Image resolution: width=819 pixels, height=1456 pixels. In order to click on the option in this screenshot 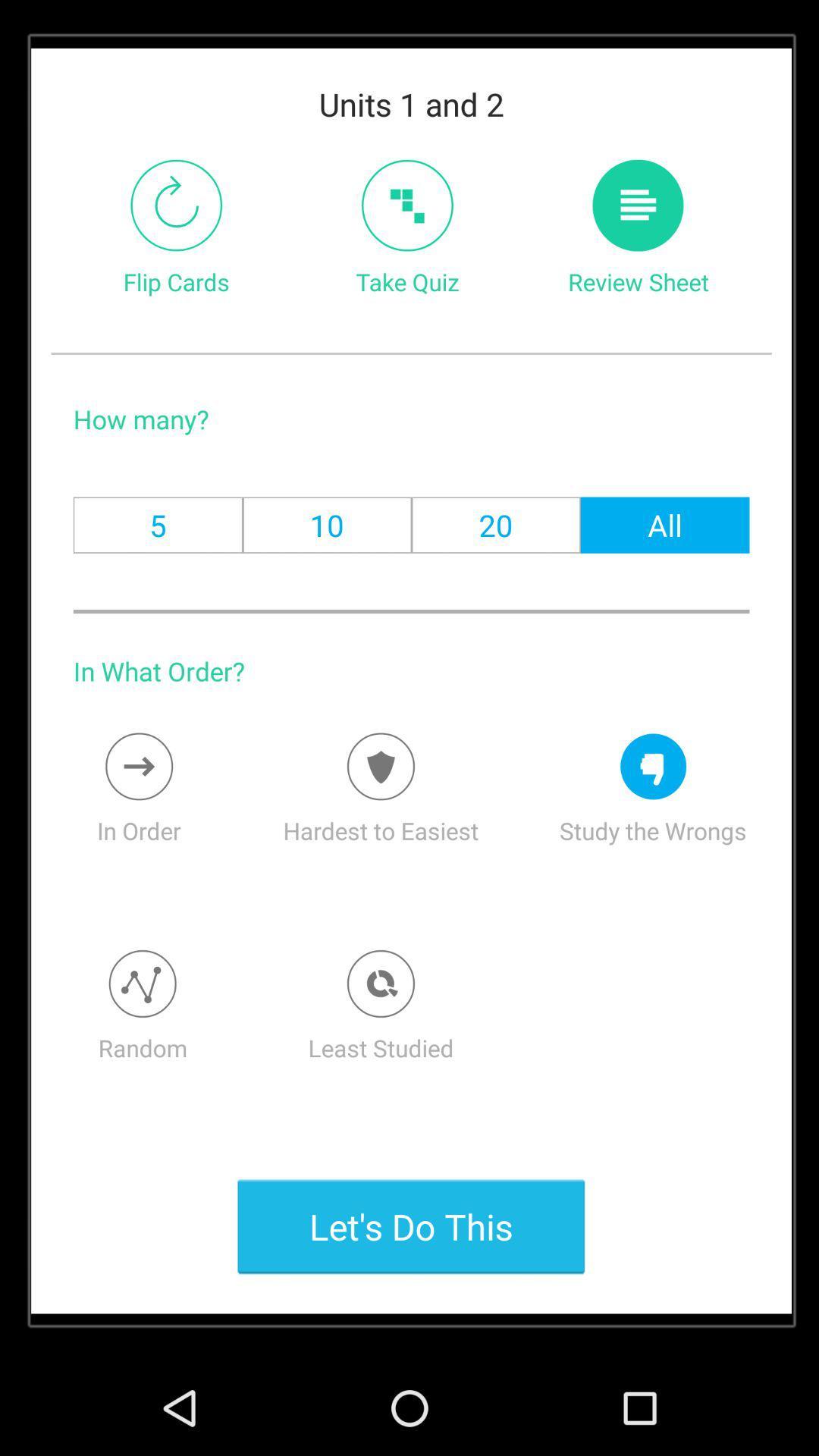, I will do `click(380, 984)`.